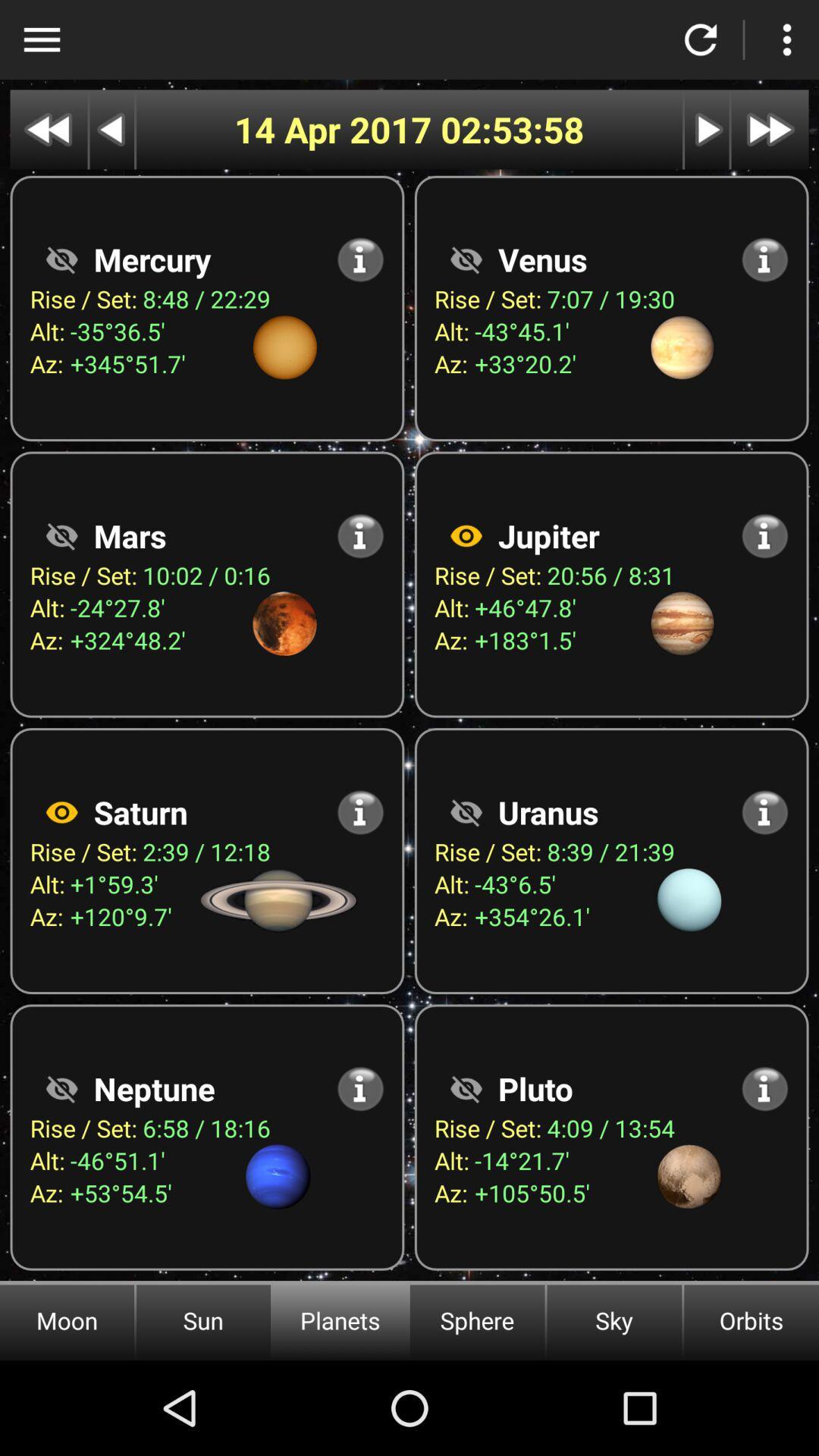 Image resolution: width=819 pixels, height=1456 pixels. Describe the element at coordinates (764, 811) in the screenshot. I see `see more information` at that location.